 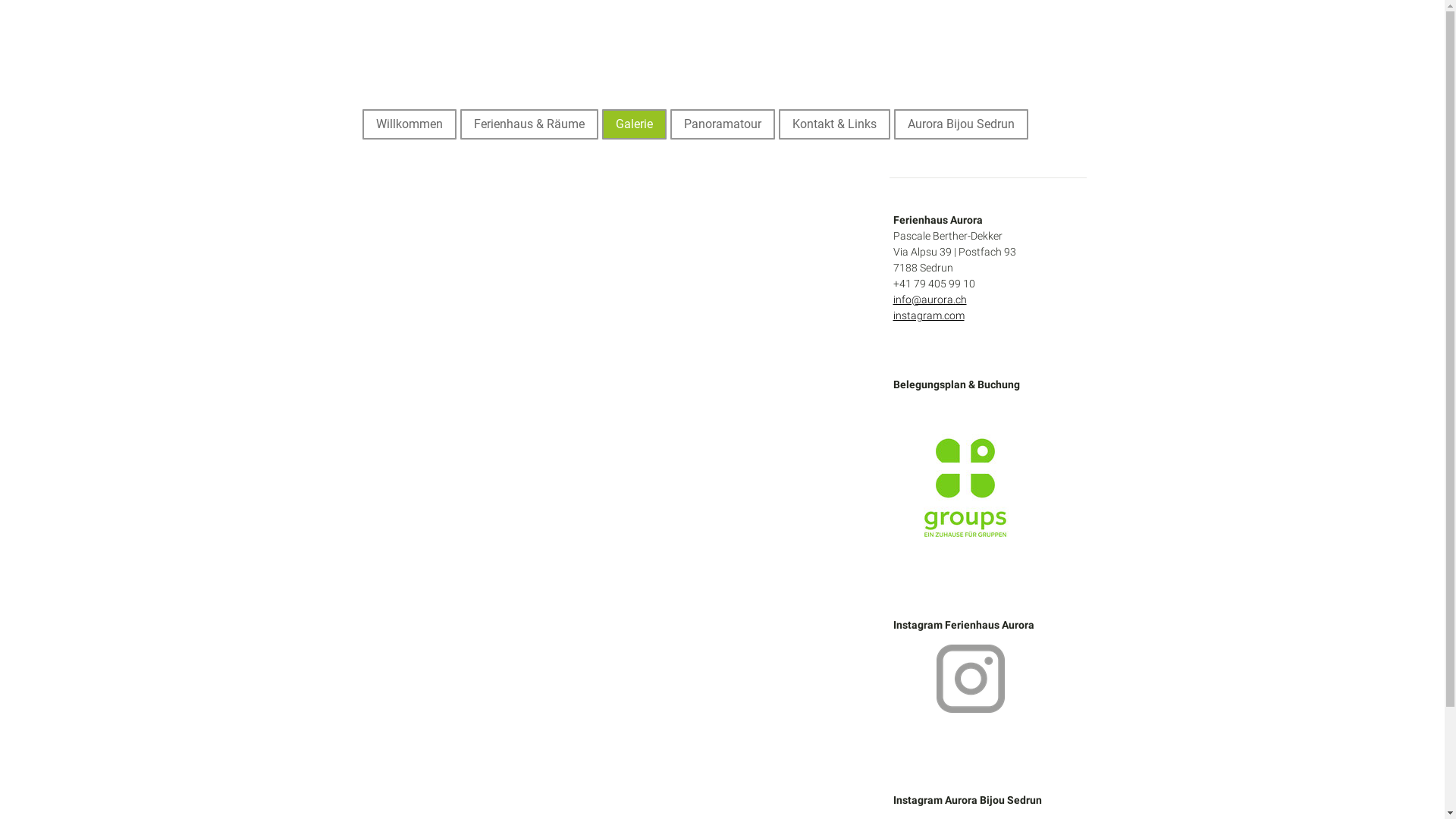 I want to click on 'Panoramatour', so click(x=722, y=124).